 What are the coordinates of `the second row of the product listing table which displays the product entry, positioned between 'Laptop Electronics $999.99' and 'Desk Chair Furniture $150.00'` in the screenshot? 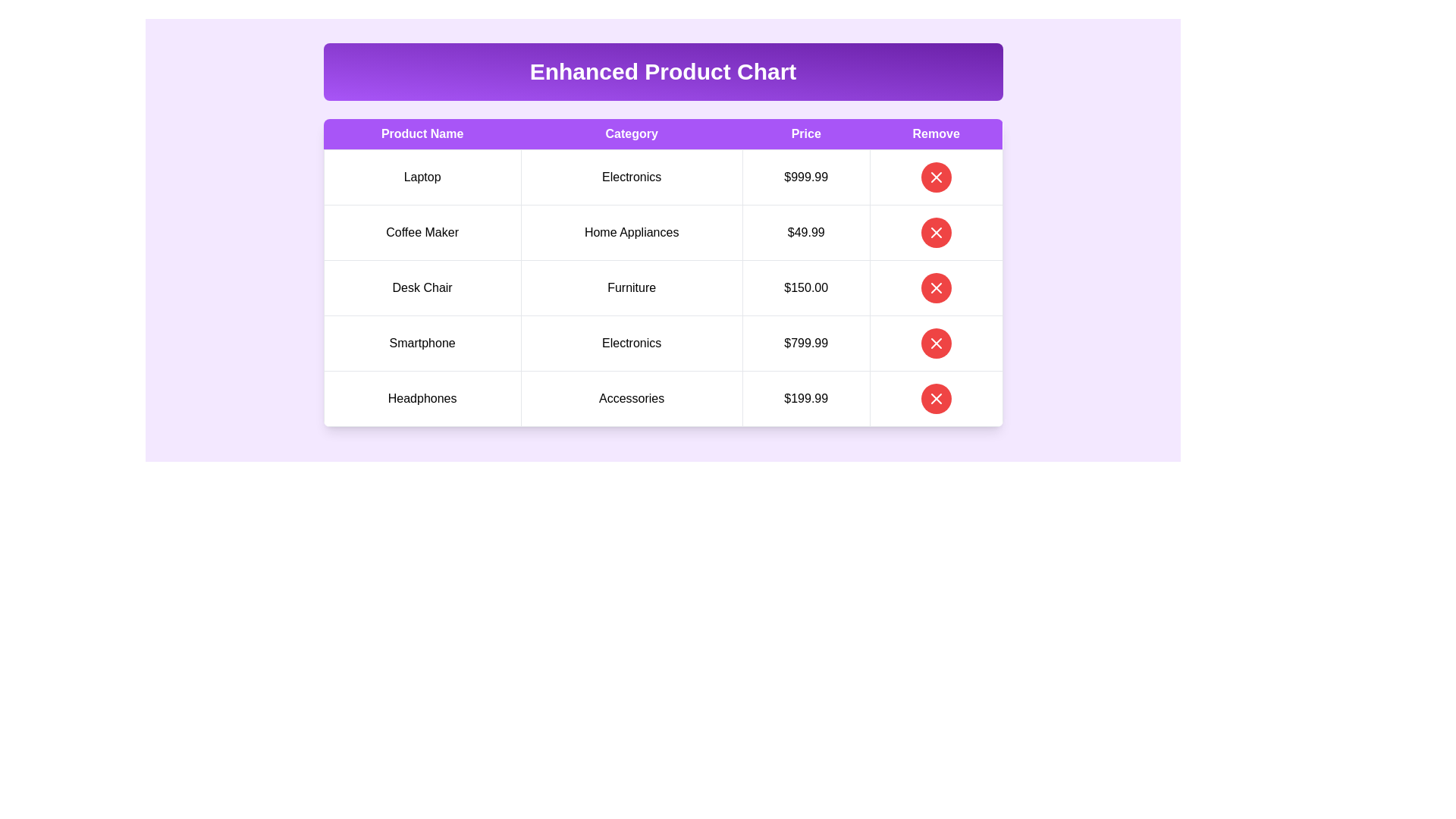 It's located at (663, 233).